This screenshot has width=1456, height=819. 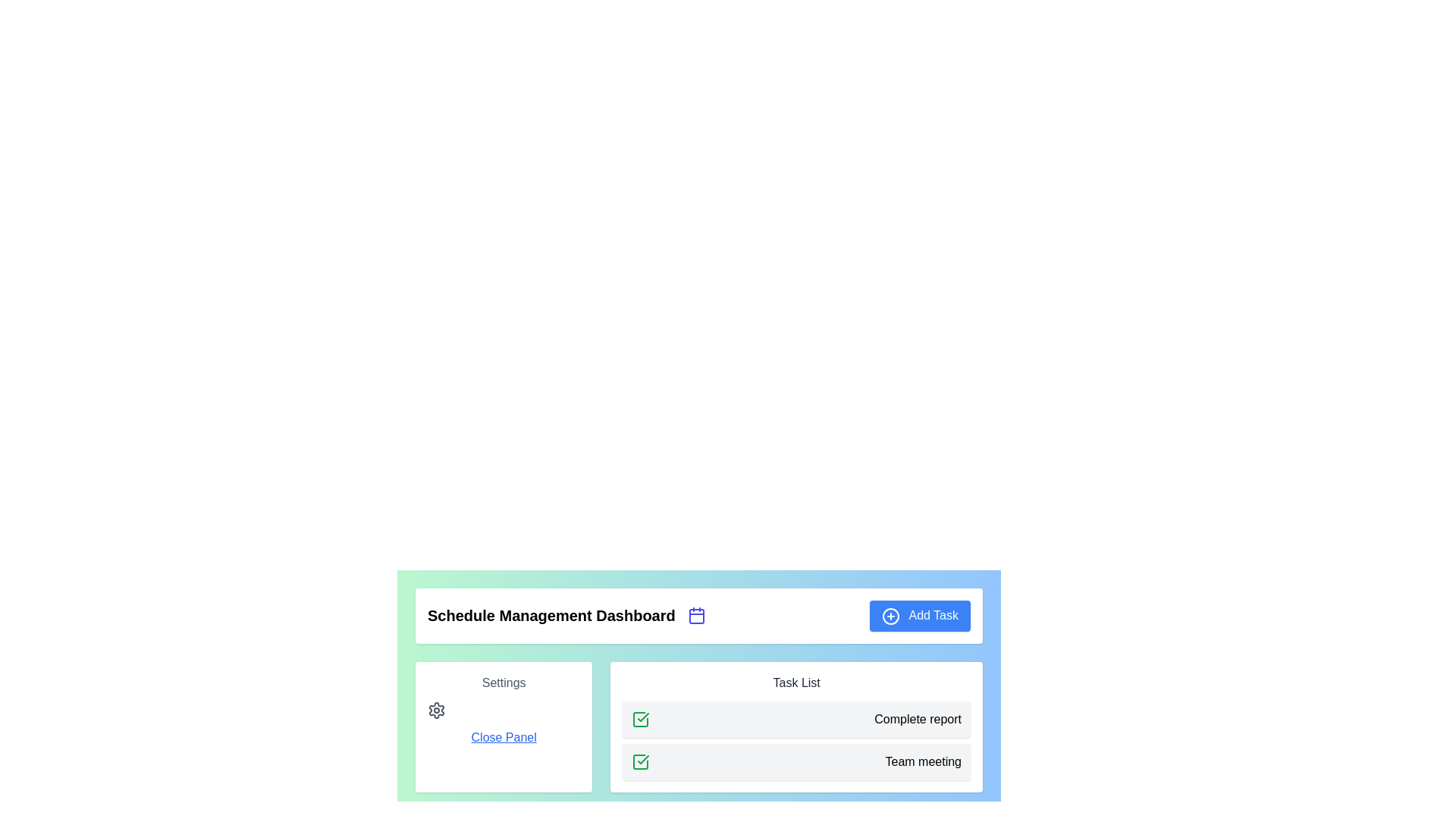 I want to click on the green checkmark icon representing the completed 'Team meeting' task in the task list interface, so click(x=643, y=717).